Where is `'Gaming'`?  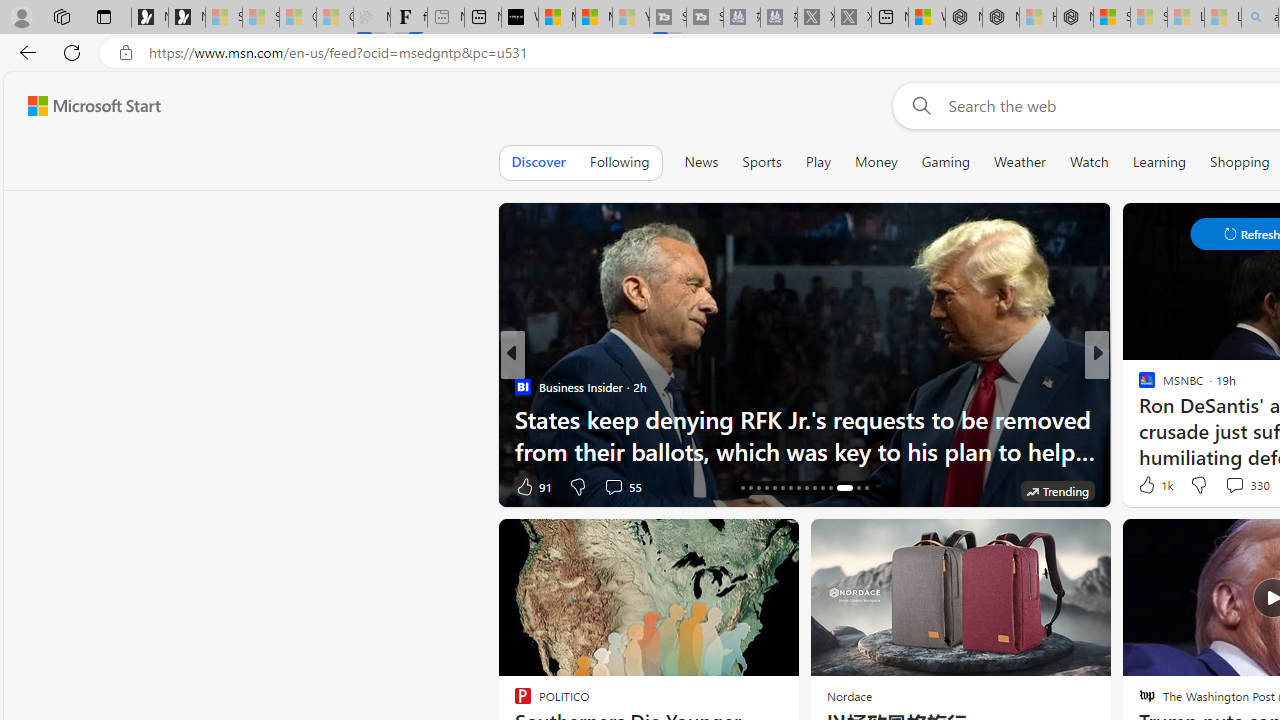 'Gaming' is located at coordinates (944, 161).